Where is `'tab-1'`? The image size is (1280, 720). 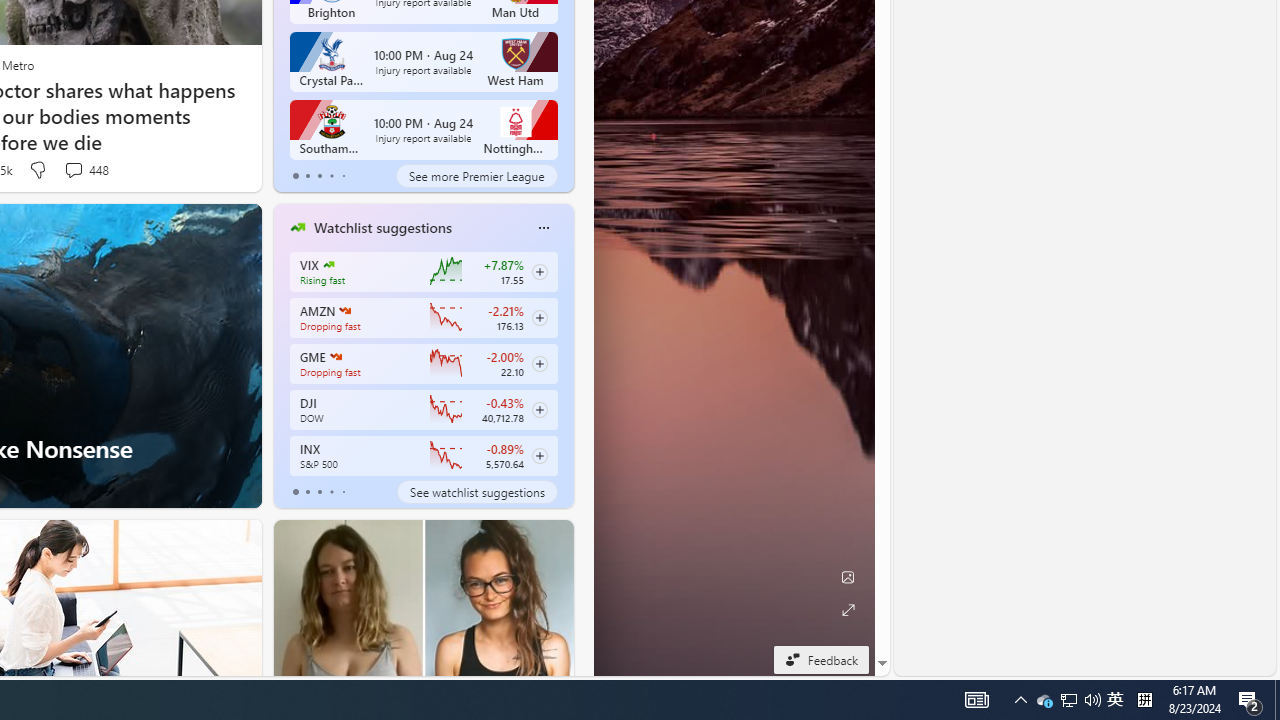
'tab-1' is located at coordinates (306, 492).